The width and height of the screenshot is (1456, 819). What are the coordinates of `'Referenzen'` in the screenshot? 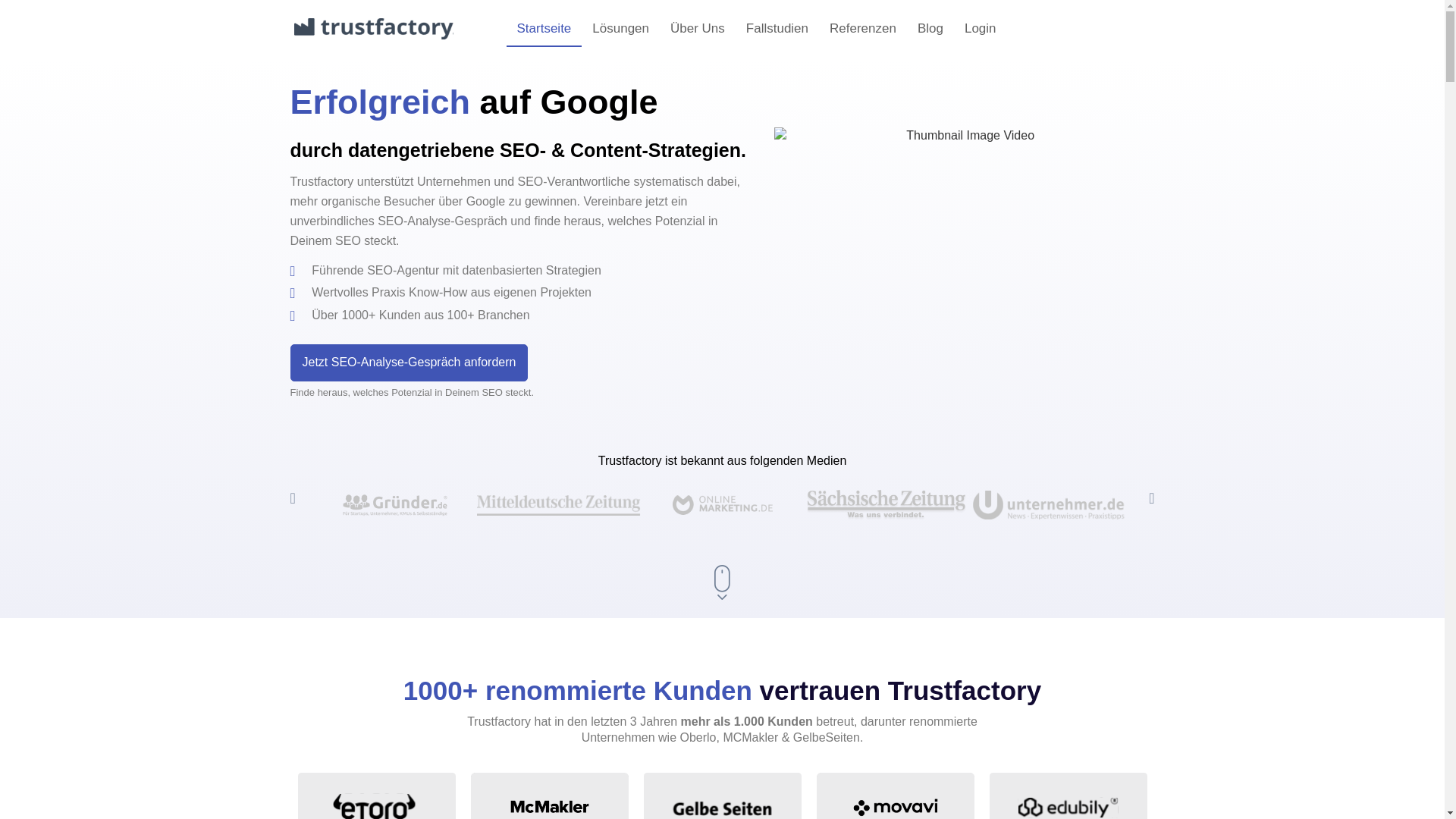 It's located at (862, 29).